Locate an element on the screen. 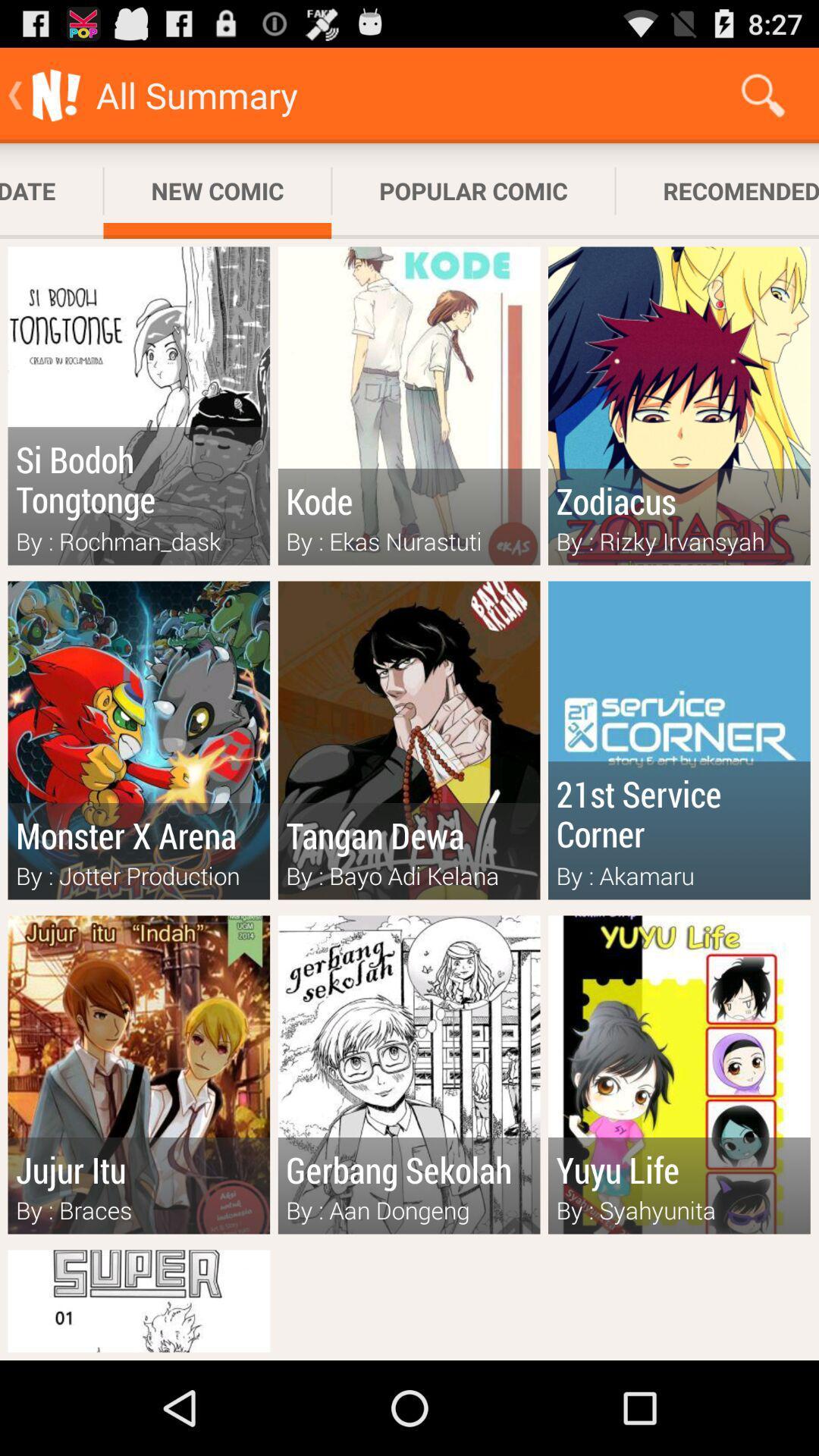 The image size is (819, 1456). the new comic is located at coordinates (217, 190).